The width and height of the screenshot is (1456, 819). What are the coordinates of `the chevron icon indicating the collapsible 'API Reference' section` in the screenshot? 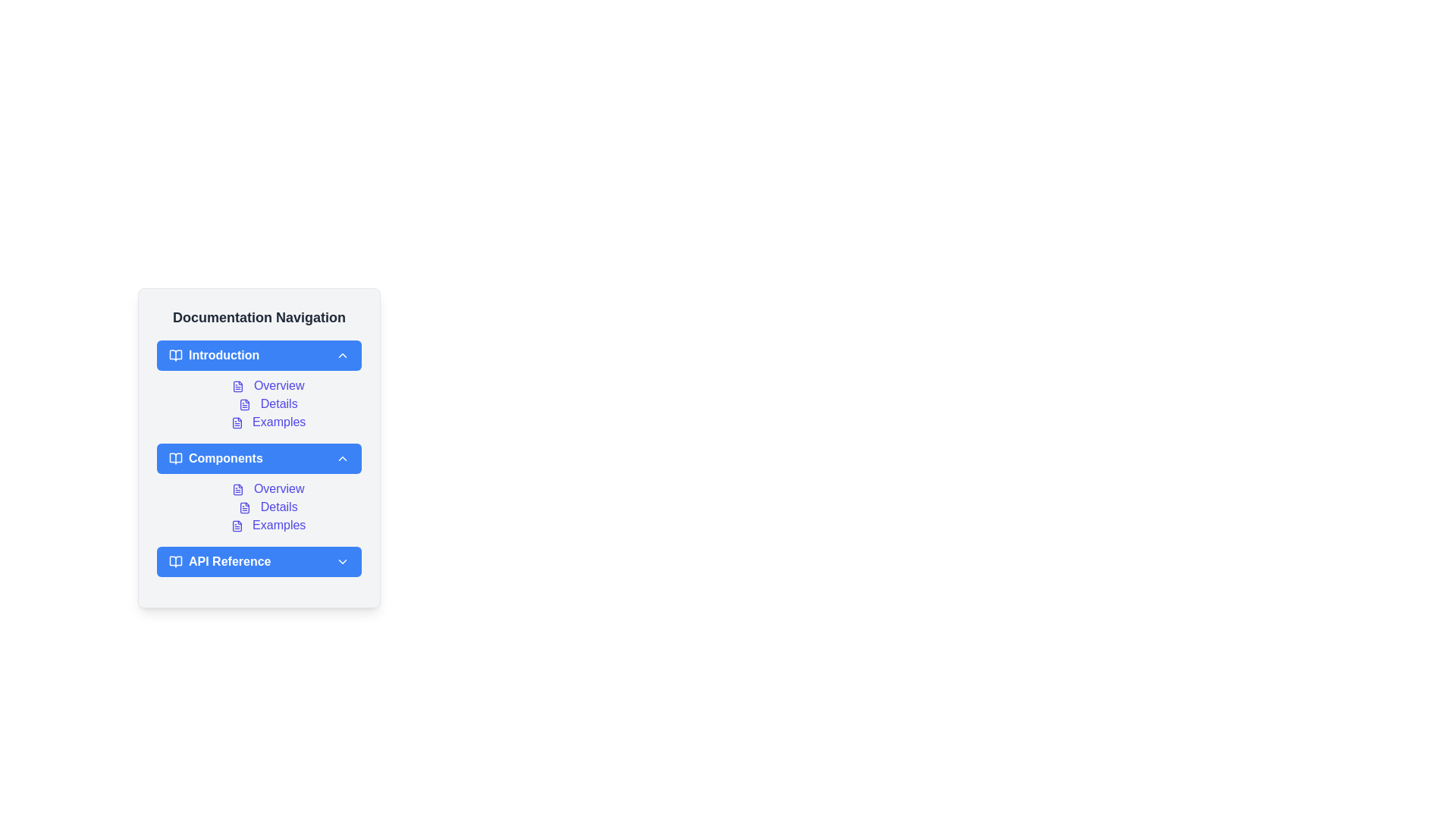 It's located at (341, 561).